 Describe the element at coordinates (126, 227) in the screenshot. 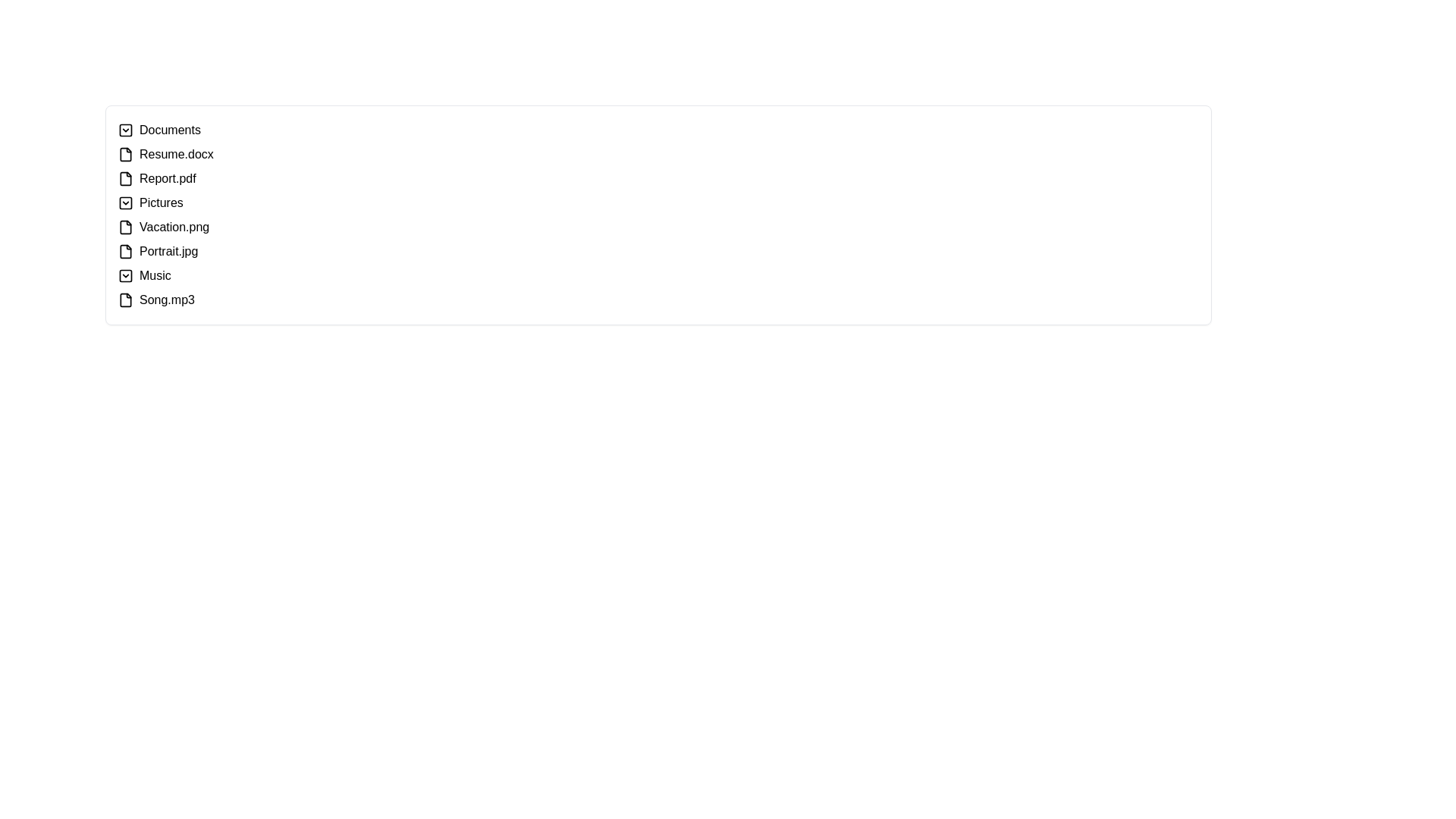

I see `the icon representing the file type for 'Vacation.png', which is located to the left of the text label in the file list` at that location.